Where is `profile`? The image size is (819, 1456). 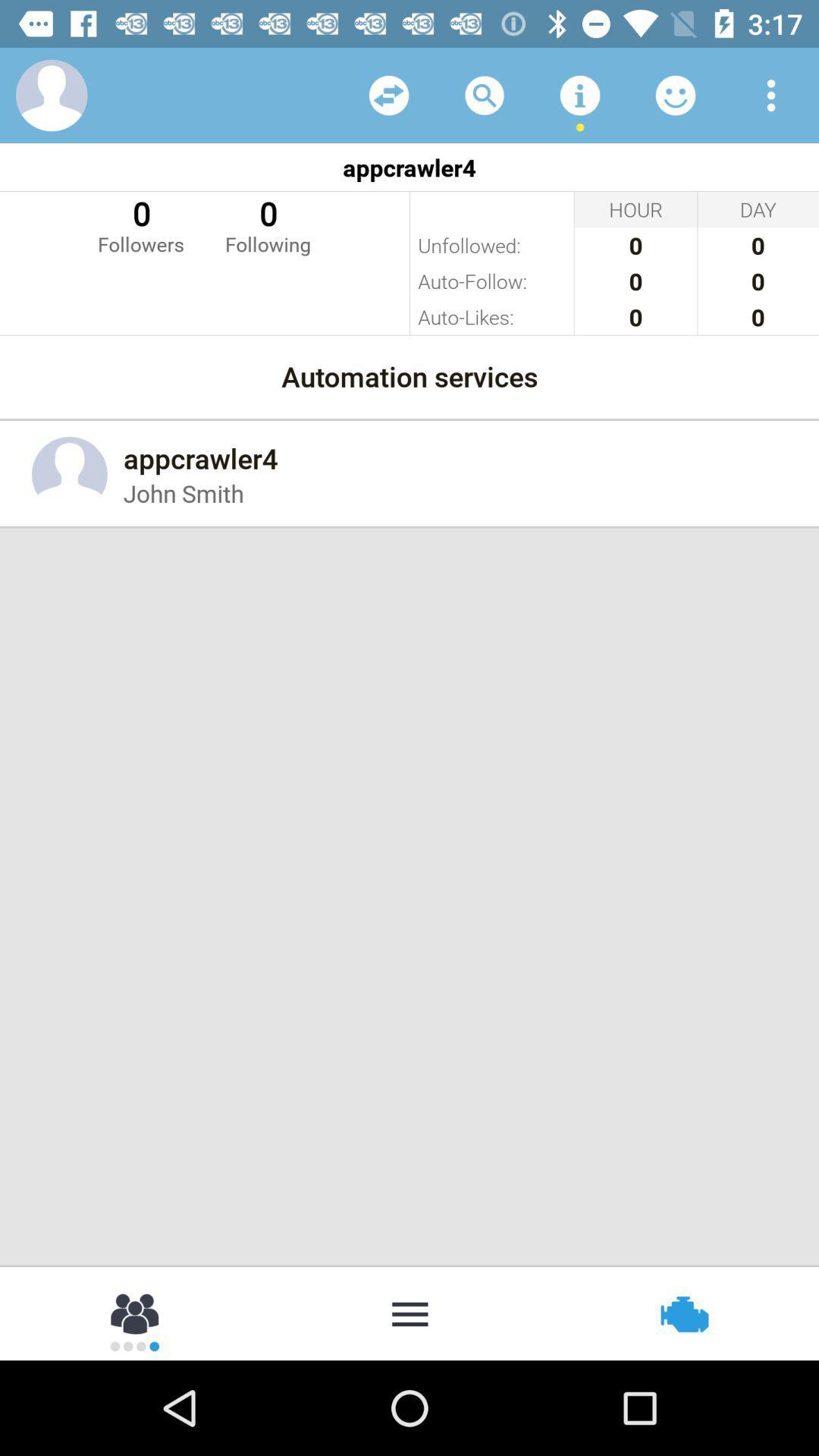 profile is located at coordinates (51, 94).